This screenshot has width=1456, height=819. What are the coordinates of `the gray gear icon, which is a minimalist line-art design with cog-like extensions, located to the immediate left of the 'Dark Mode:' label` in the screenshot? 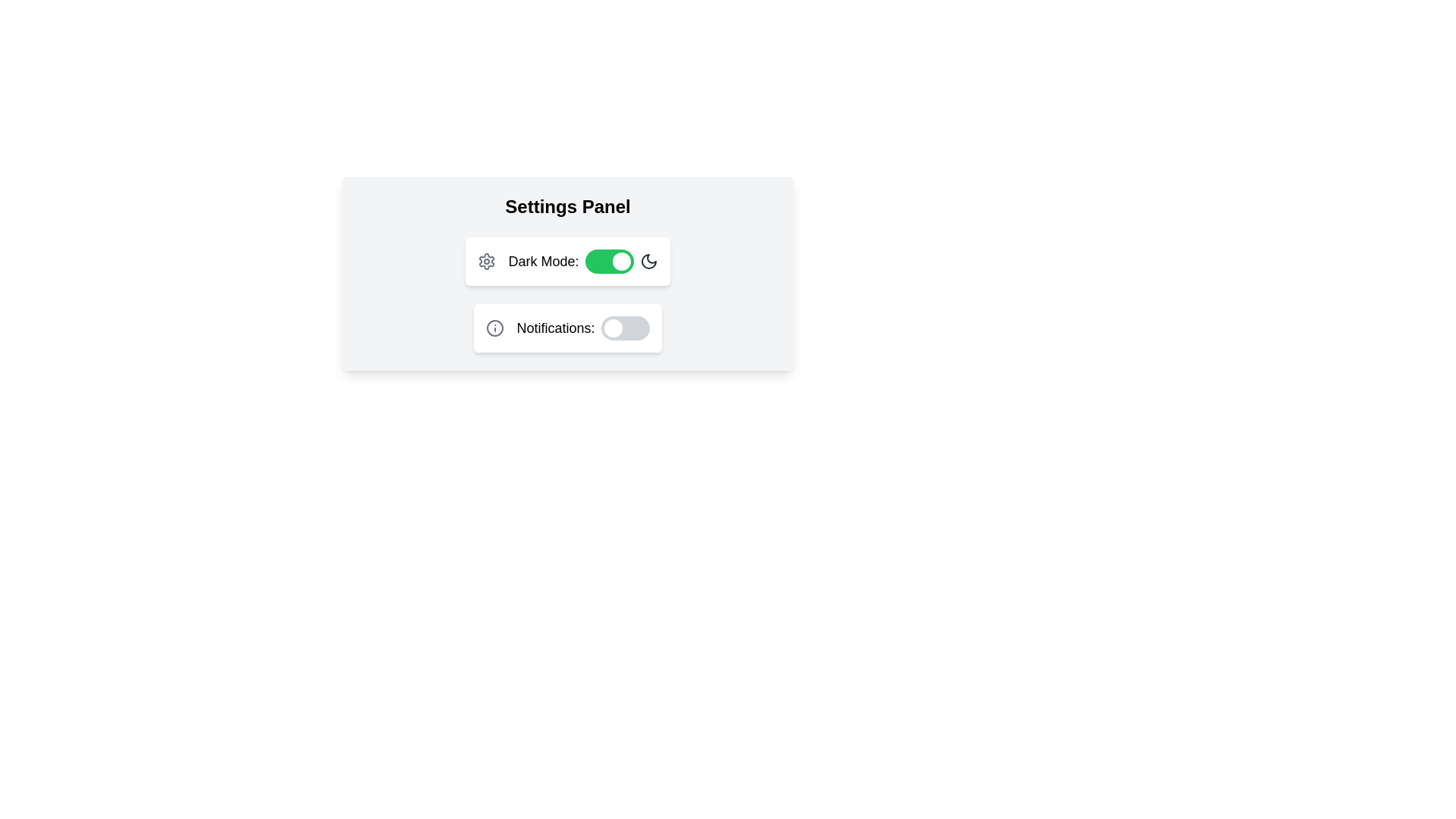 It's located at (487, 260).